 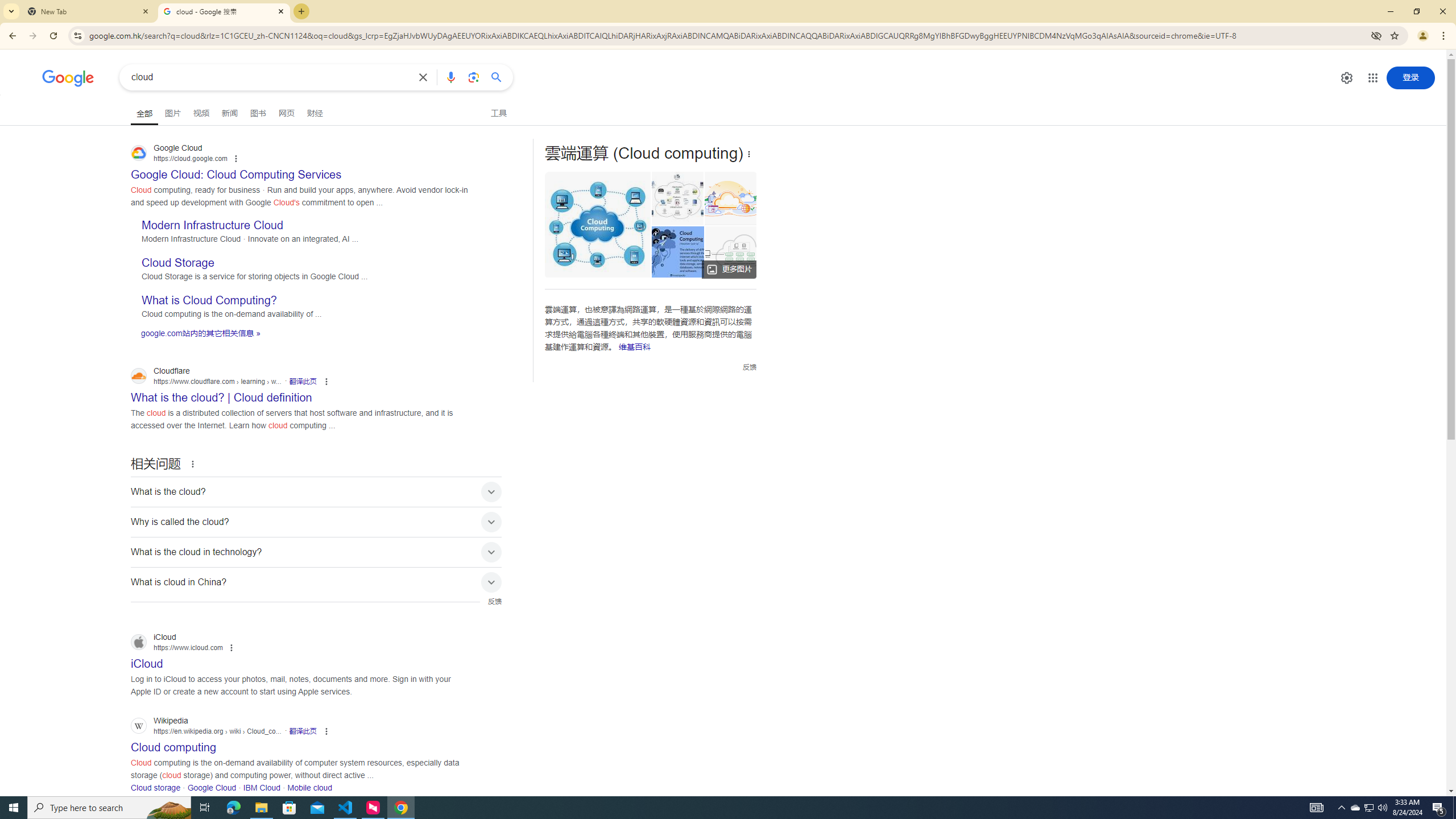 What do you see at coordinates (155, 788) in the screenshot?
I see `'Cloud storage'` at bounding box center [155, 788].